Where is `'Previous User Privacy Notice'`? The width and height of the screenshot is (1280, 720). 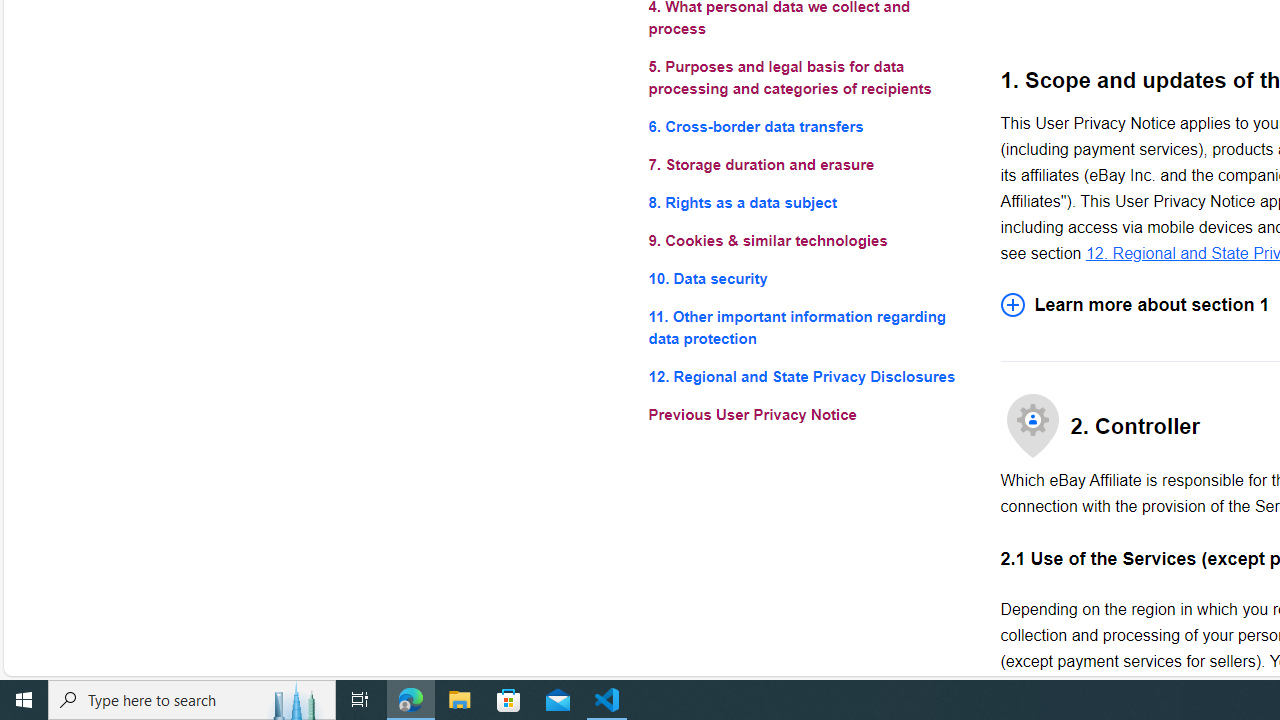 'Previous User Privacy Notice' is located at coordinates (808, 414).